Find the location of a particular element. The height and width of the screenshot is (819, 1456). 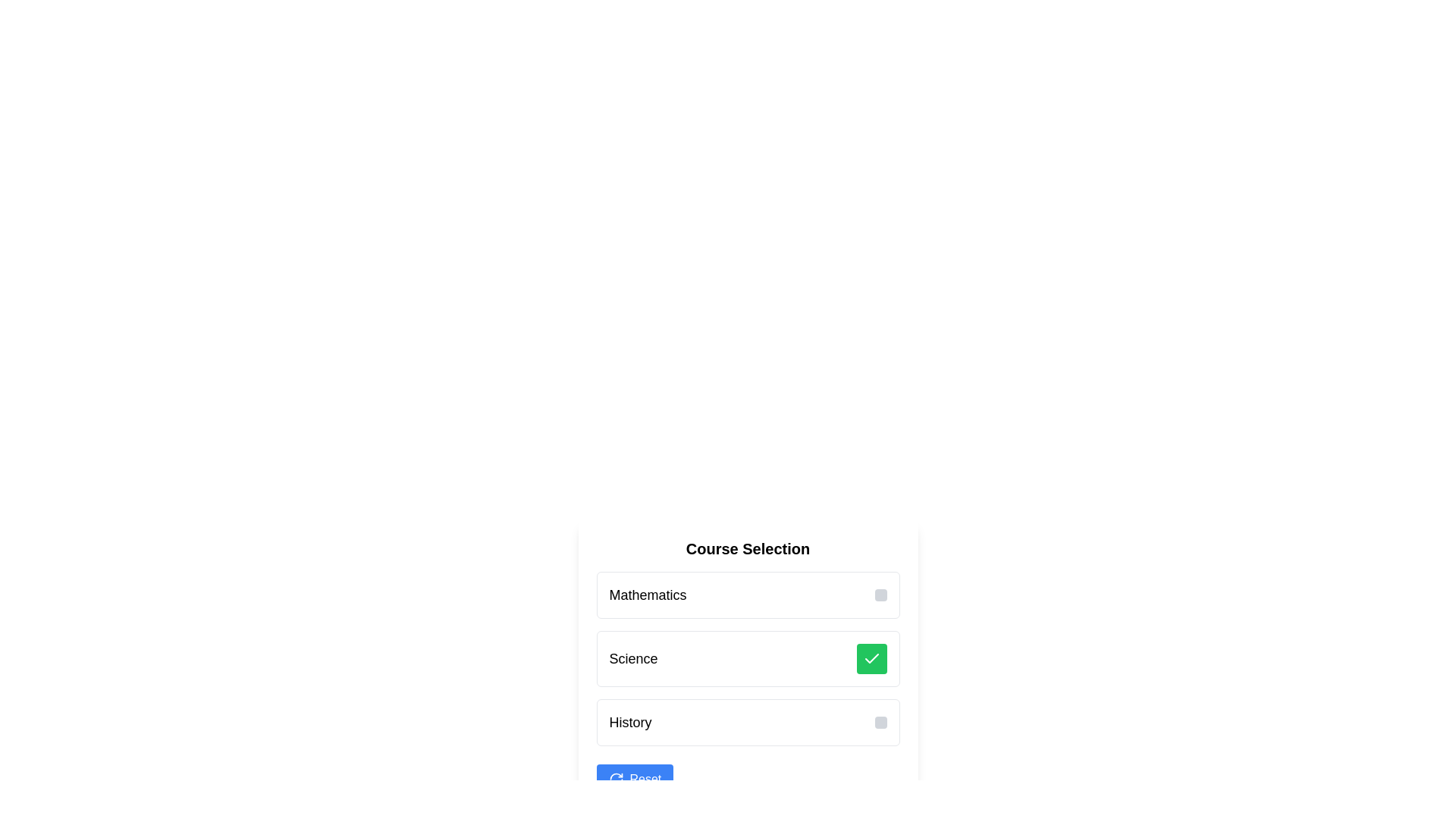

the reset button labeled with text on the right-hand side of the button, which is adjacent to an icon resembling a circular arrow is located at coordinates (645, 780).